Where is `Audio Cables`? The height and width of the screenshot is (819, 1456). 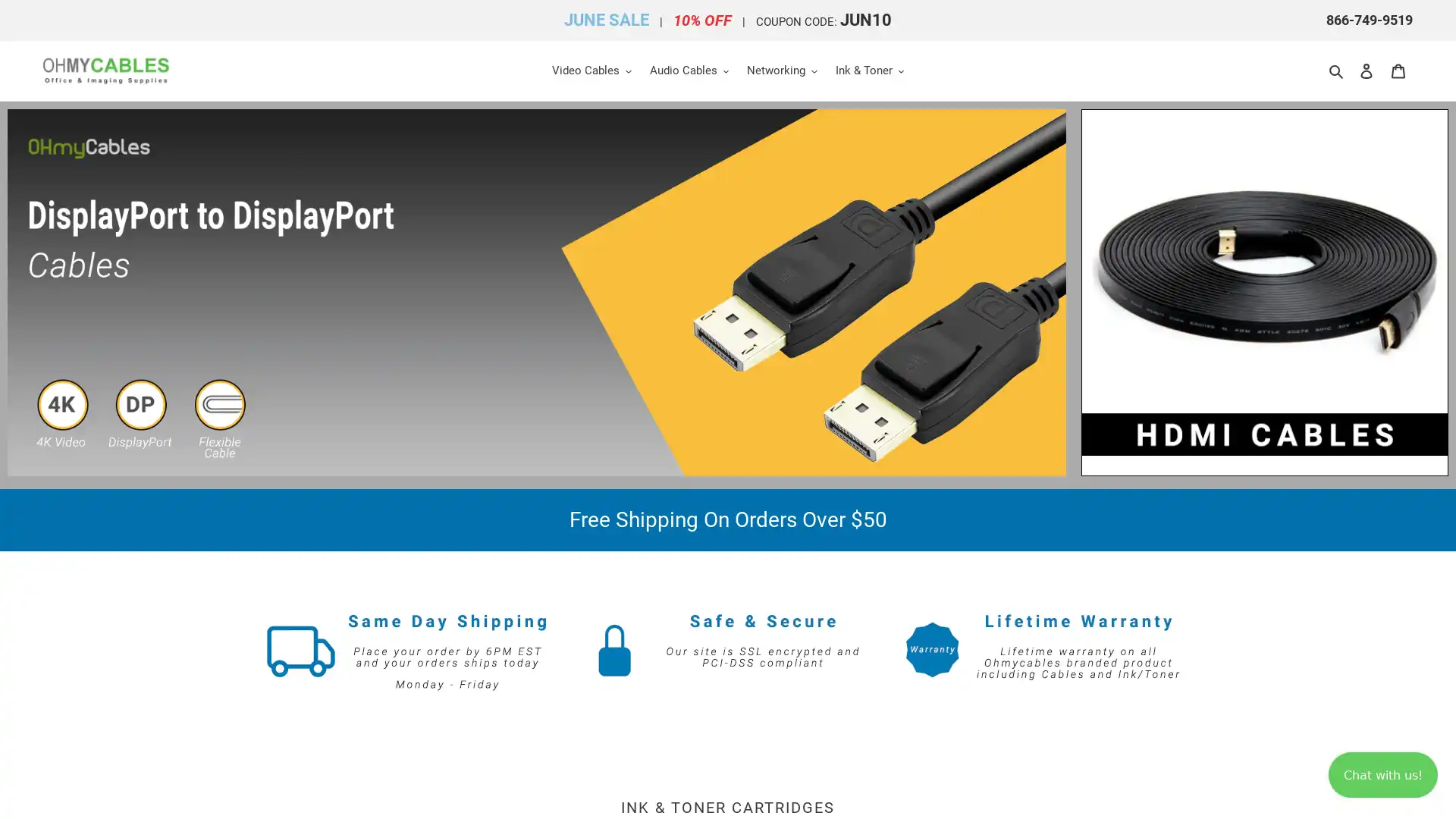 Audio Cables is located at coordinates (688, 70).